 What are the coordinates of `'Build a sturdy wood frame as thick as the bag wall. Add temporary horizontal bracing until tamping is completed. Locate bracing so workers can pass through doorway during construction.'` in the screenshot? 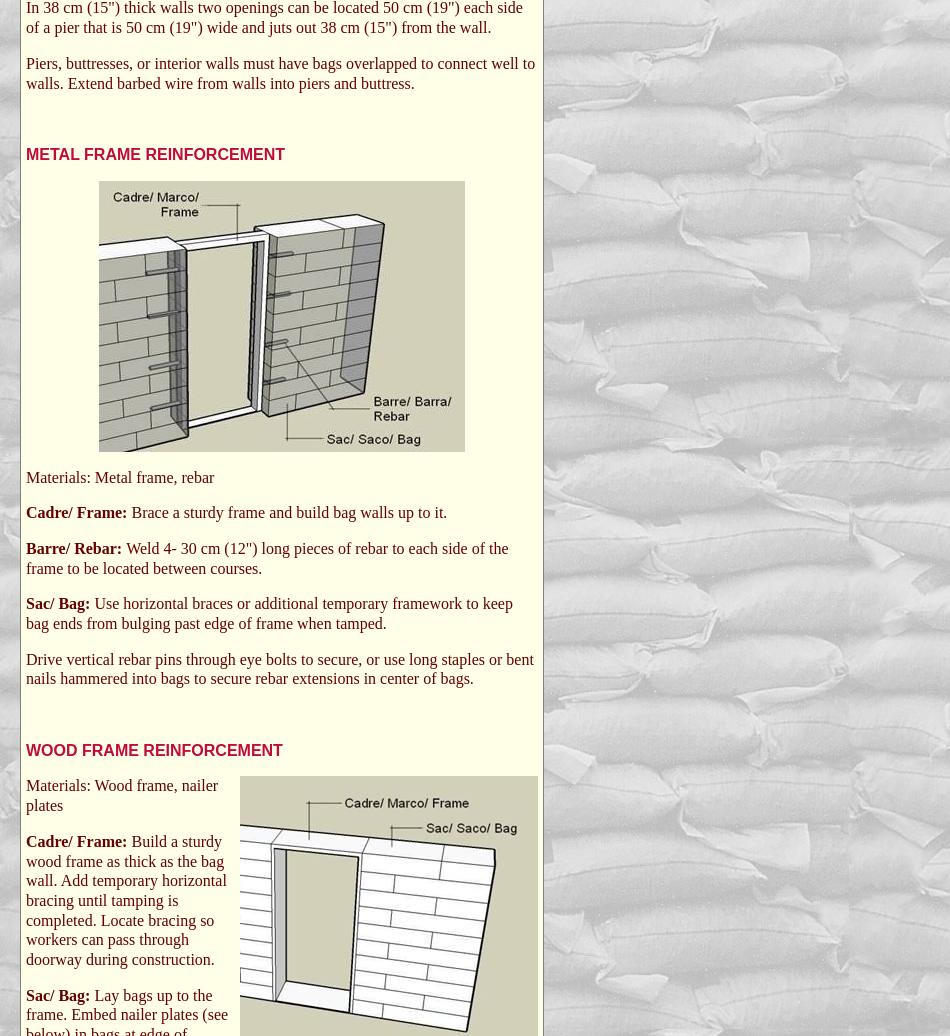 It's located at (26, 899).